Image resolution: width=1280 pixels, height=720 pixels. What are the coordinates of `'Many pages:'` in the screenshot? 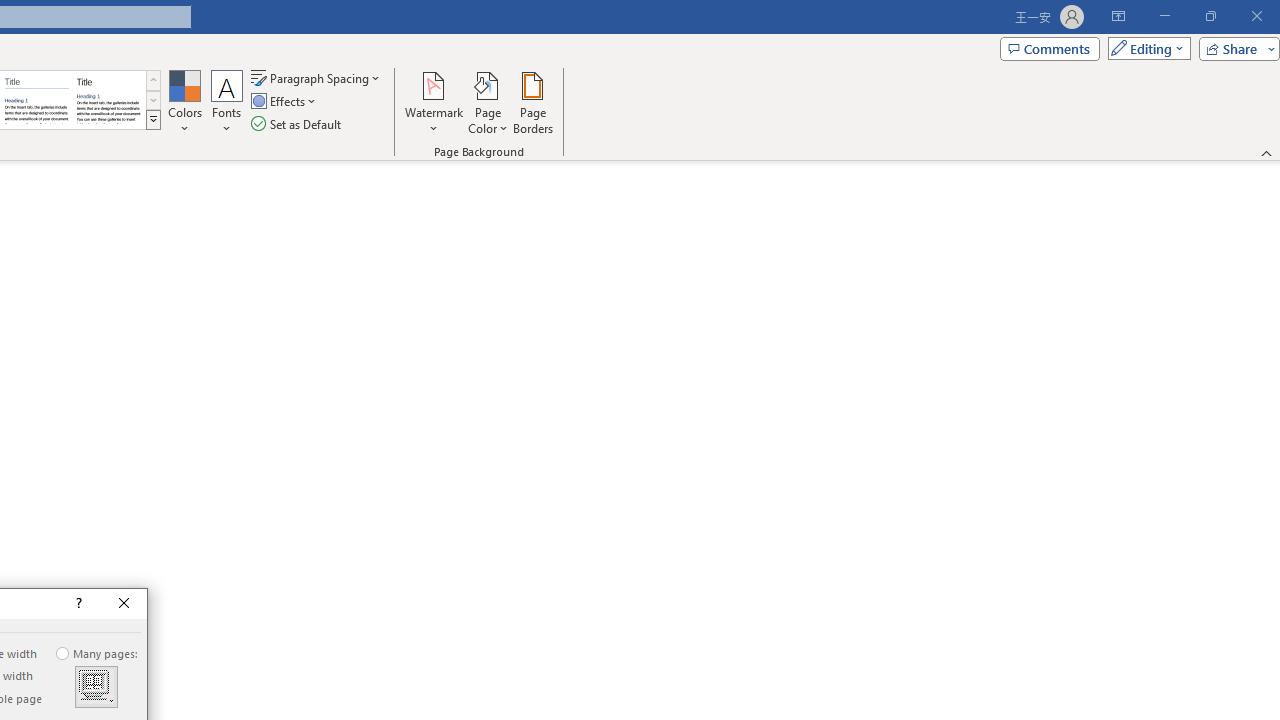 It's located at (97, 653).